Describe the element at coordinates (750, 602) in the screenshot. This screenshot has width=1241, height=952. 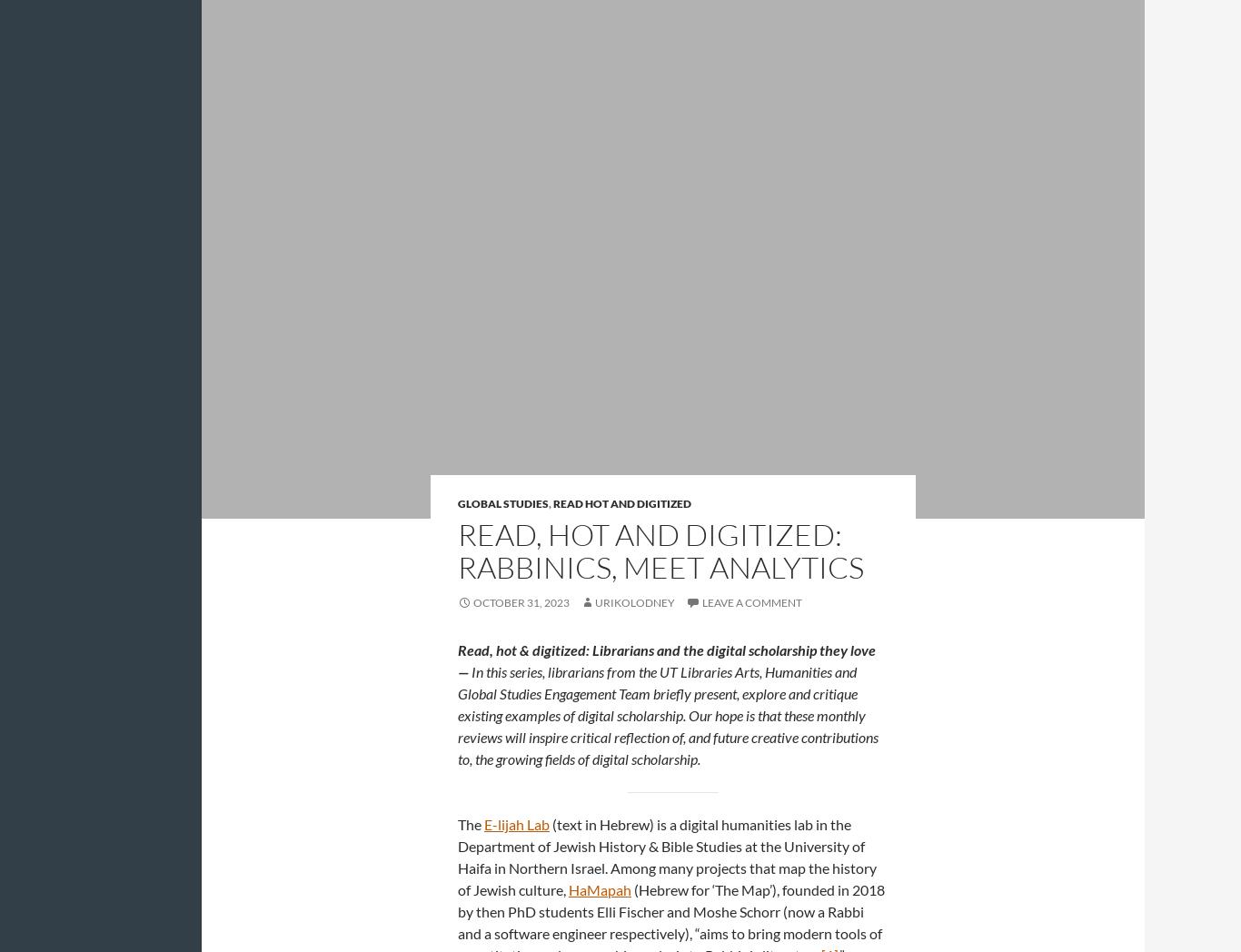
I see `'Leave a comment'` at that location.